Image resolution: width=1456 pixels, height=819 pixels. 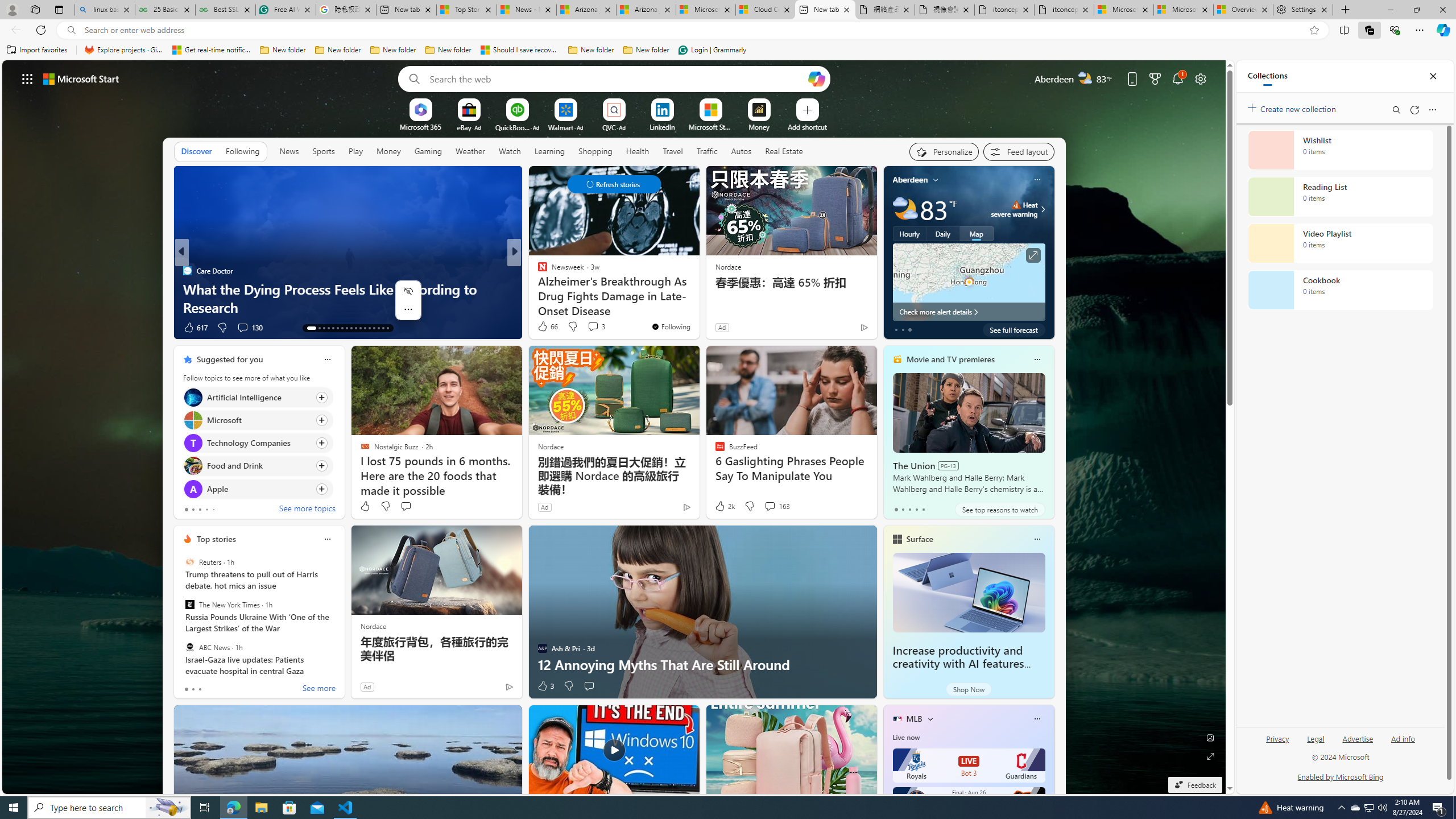 What do you see at coordinates (104, 9) in the screenshot?
I see `'linux basic - Search'` at bounding box center [104, 9].